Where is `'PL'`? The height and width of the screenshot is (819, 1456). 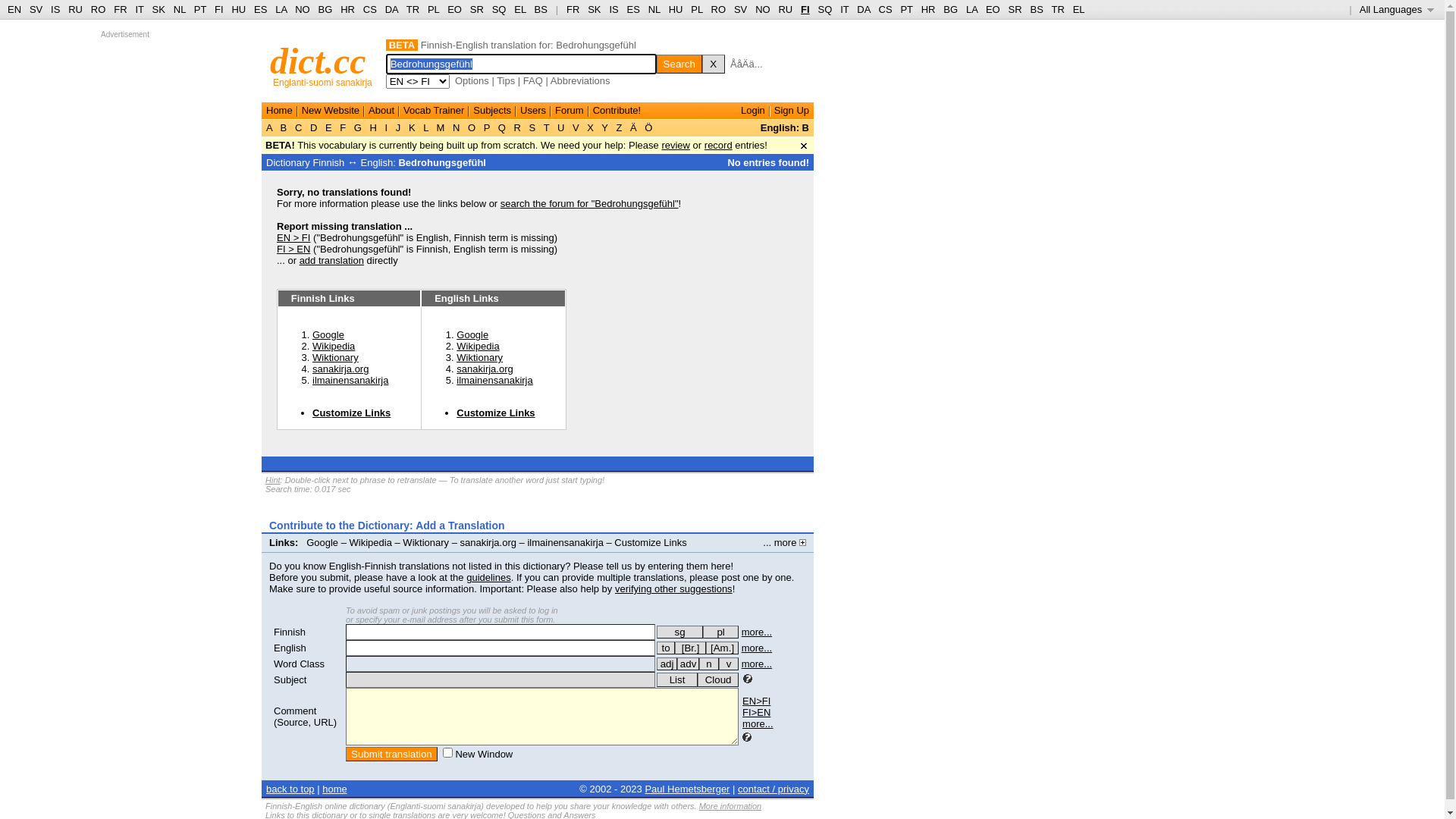
'PL' is located at coordinates (432, 9).